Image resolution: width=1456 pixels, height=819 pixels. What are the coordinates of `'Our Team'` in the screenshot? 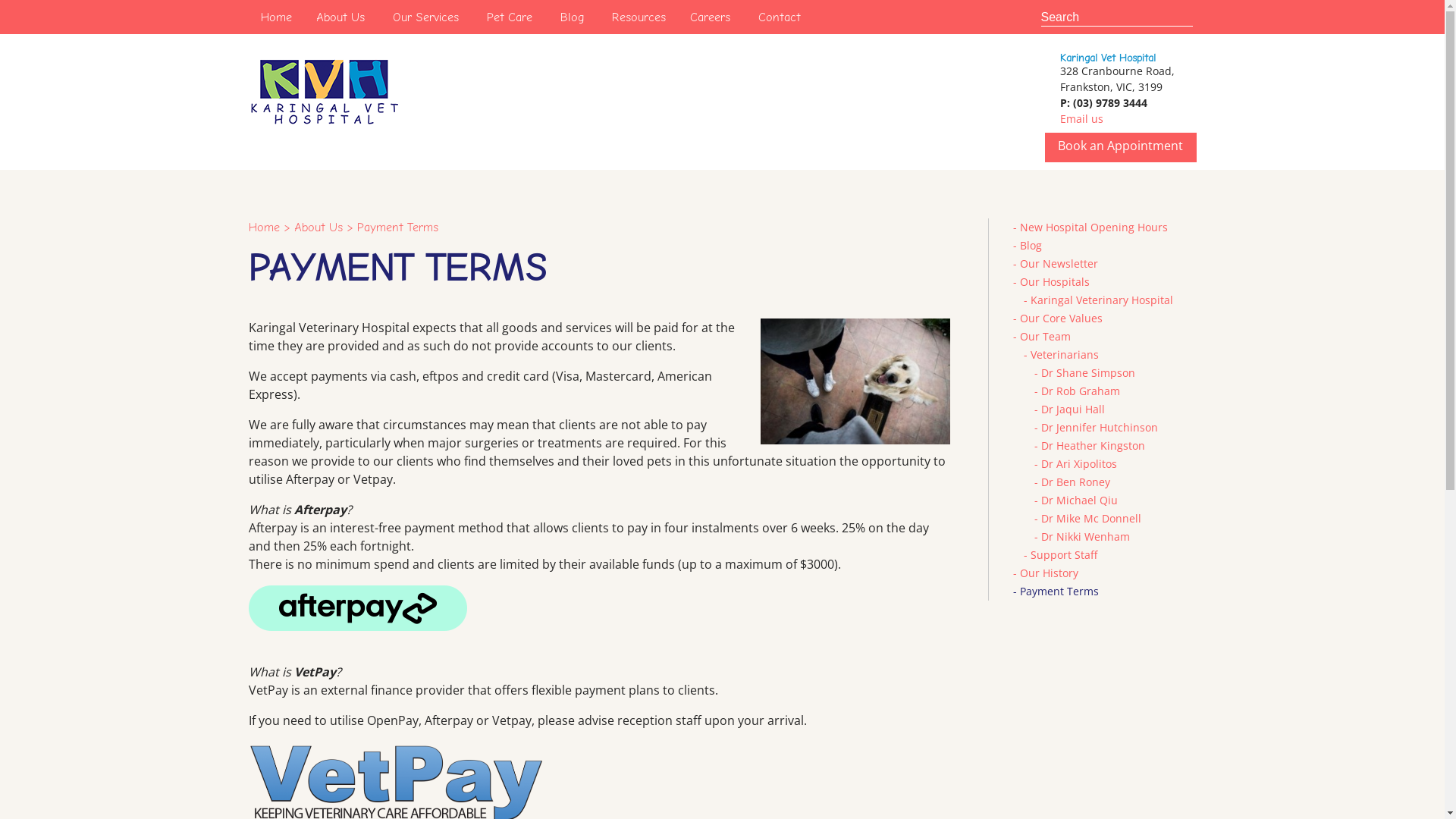 It's located at (1043, 335).